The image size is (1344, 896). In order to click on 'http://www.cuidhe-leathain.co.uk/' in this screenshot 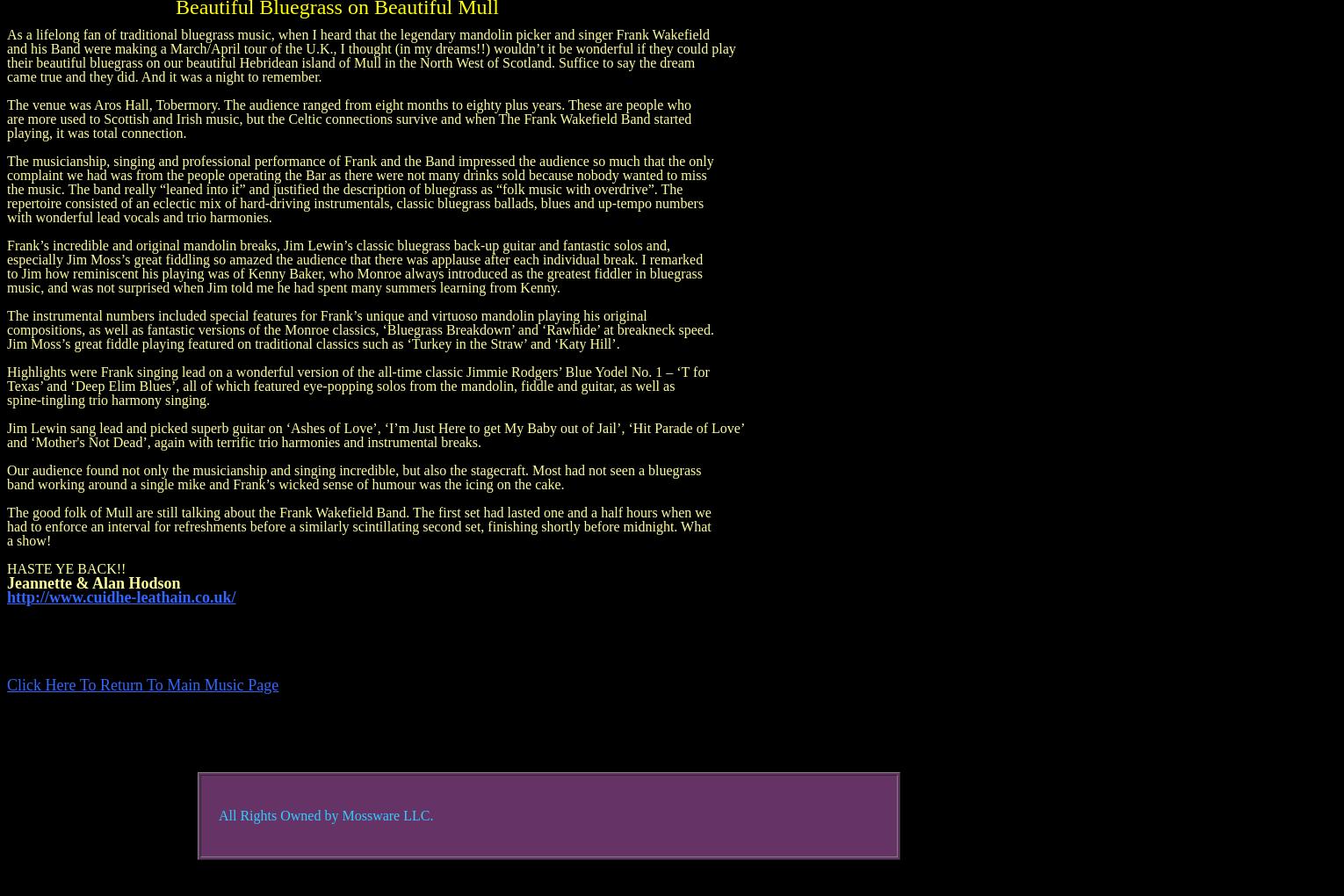, I will do `click(120, 597)`.